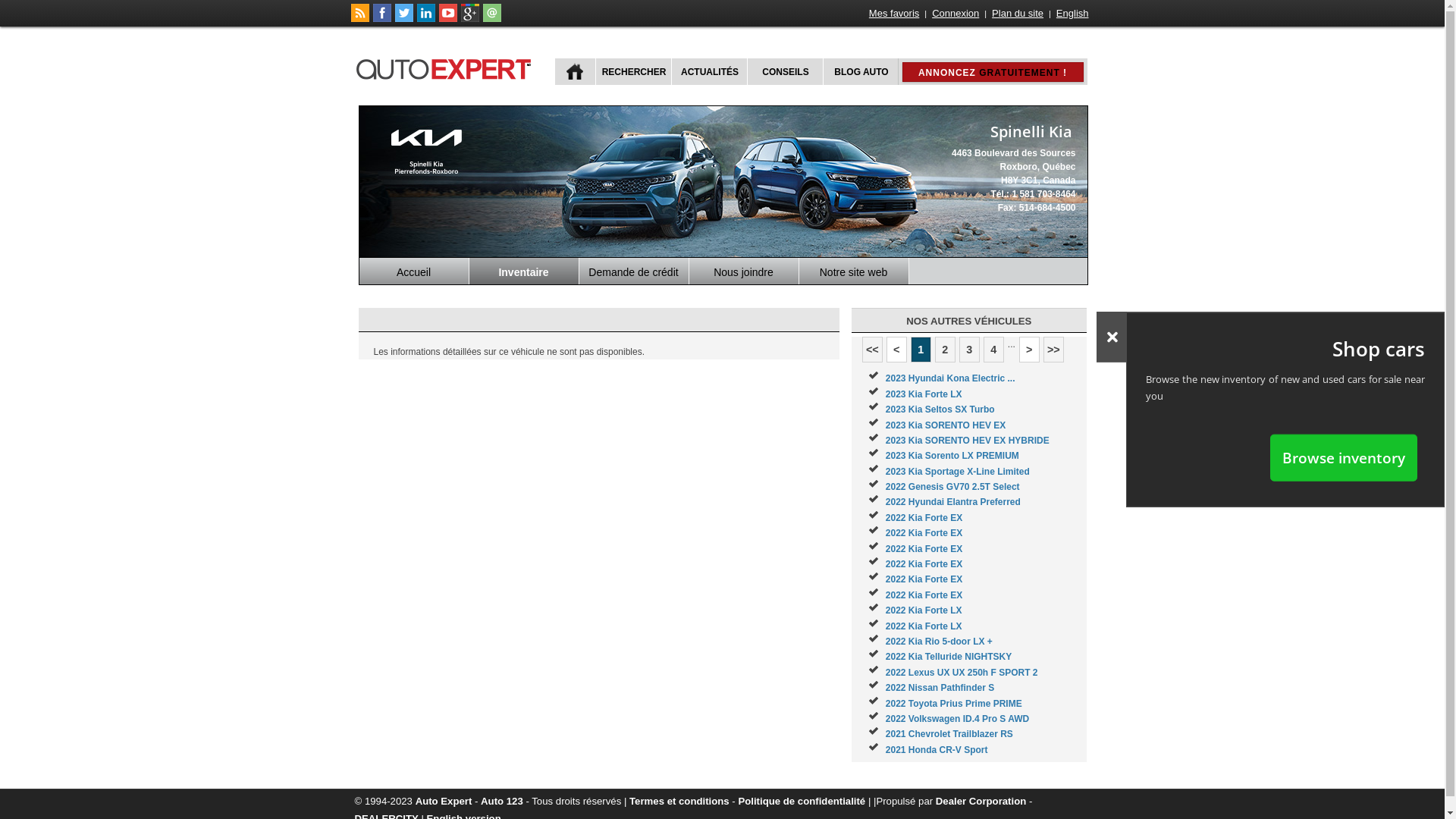 The height and width of the screenshot is (819, 1456). What do you see at coordinates (923, 595) in the screenshot?
I see `'2022 Kia Forte EX'` at bounding box center [923, 595].